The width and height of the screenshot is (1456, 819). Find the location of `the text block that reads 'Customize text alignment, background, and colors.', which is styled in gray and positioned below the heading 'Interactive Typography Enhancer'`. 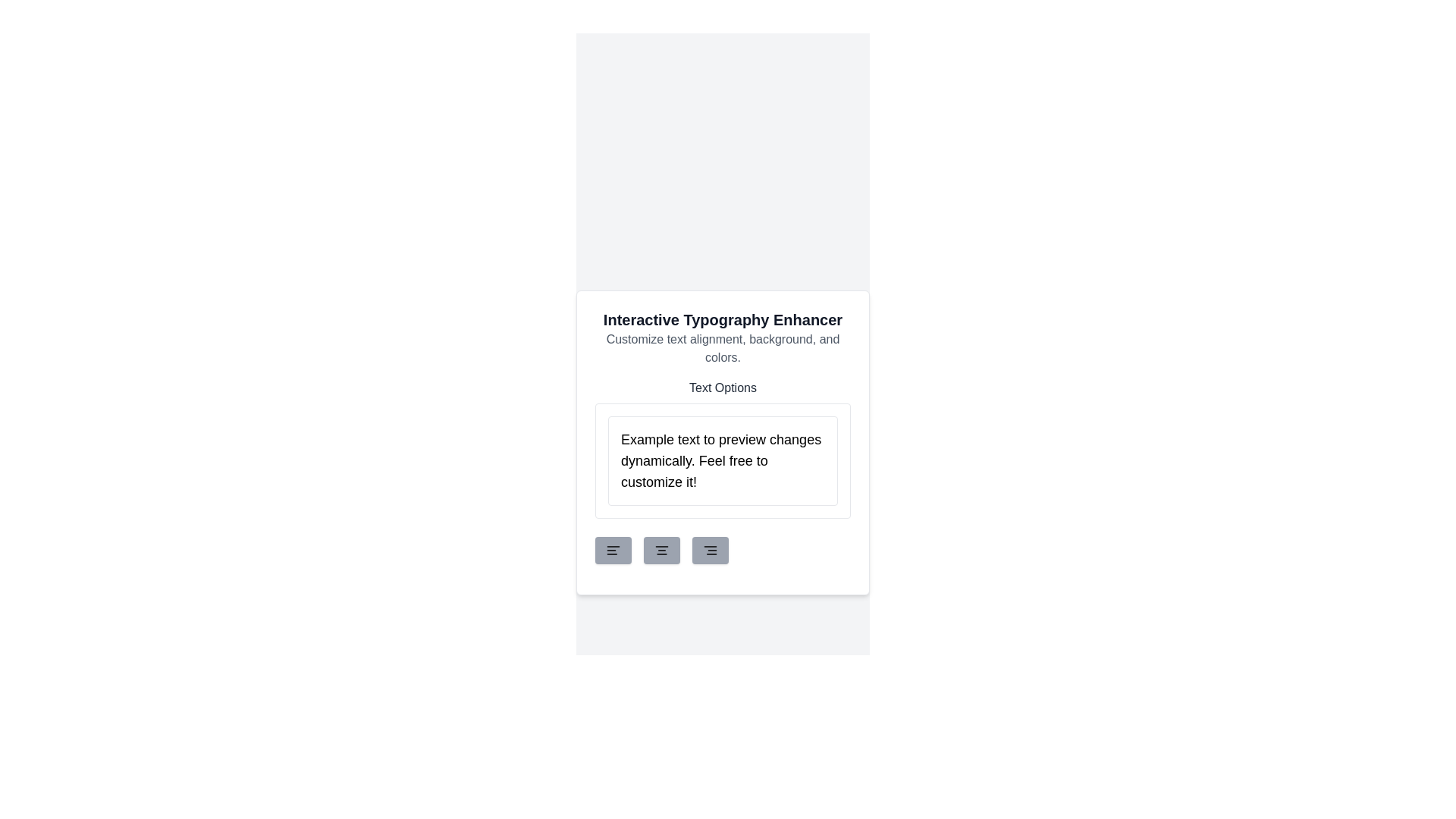

the text block that reads 'Customize text alignment, background, and colors.', which is styled in gray and positioned below the heading 'Interactive Typography Enhancer' is located at coordinates (722, 348).